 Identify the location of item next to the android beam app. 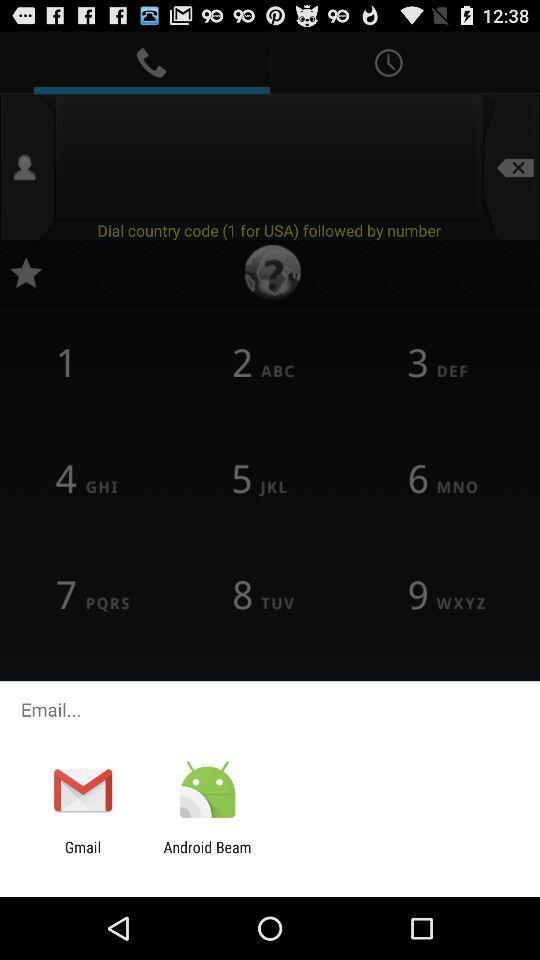
(82, 855).